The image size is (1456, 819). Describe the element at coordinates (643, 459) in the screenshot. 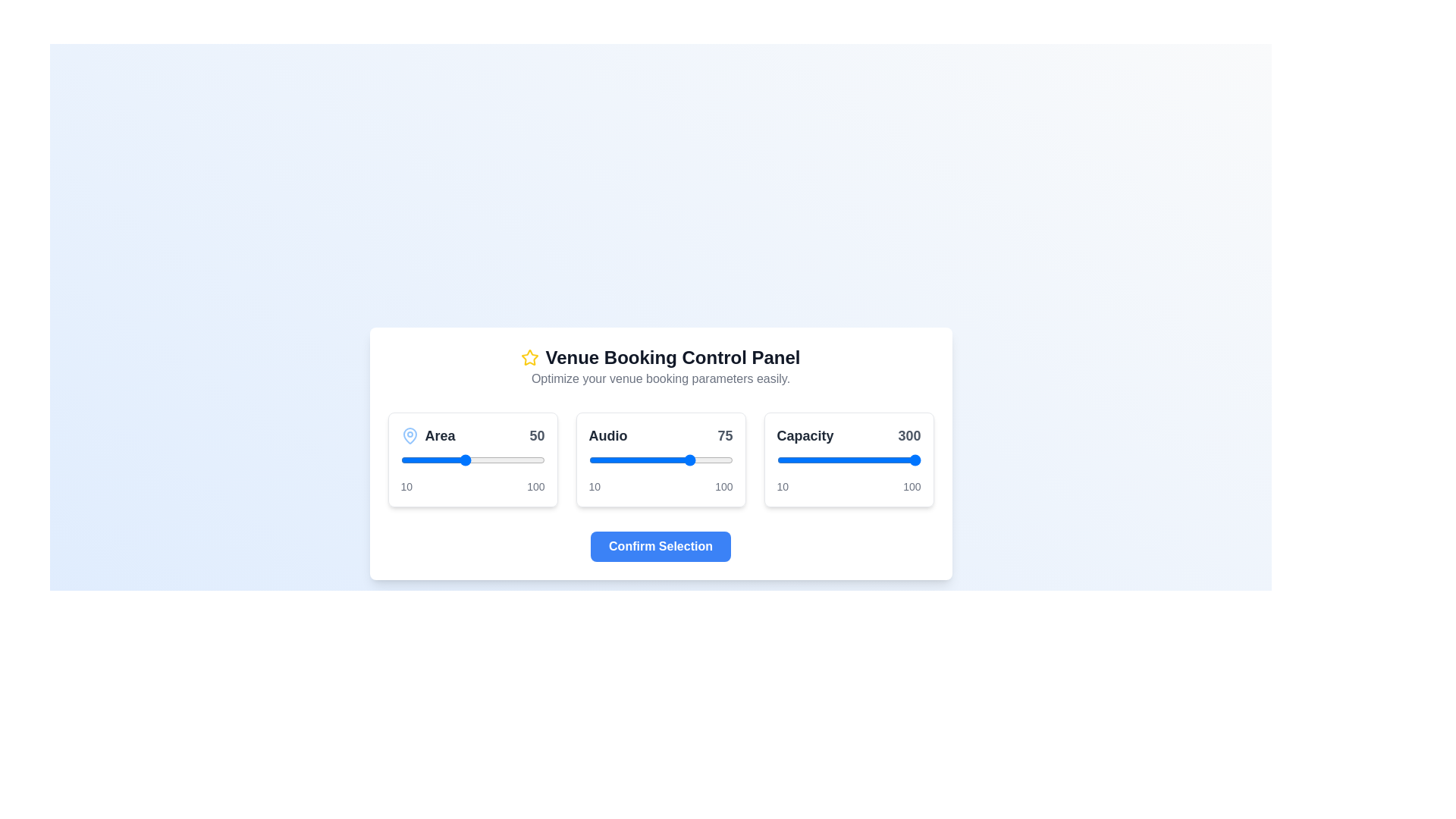

I see `the audio level` at that location.